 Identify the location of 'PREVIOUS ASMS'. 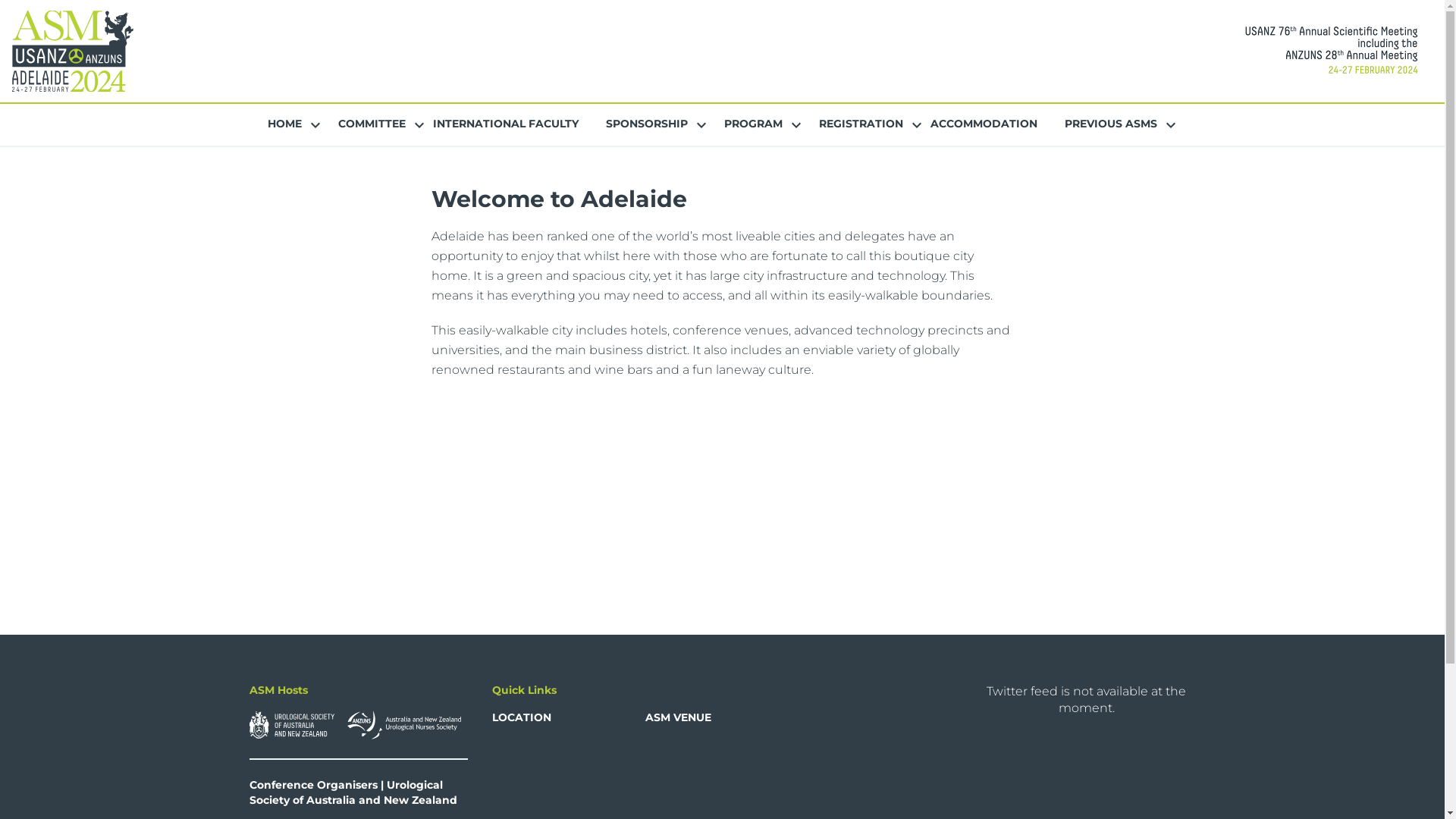
(1110, 124).